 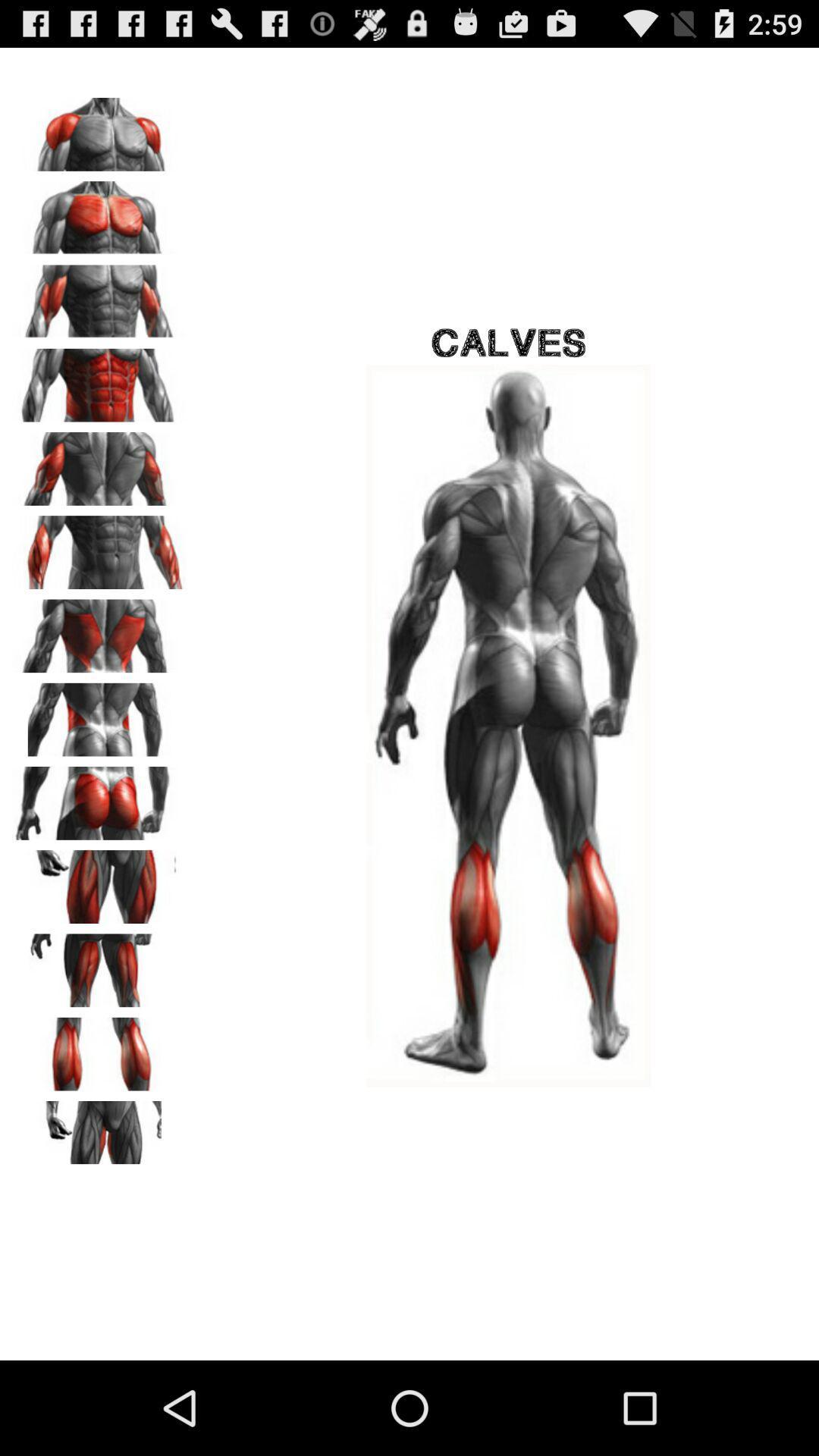 I want to click on front side of the body, so click(x=99, y=380).